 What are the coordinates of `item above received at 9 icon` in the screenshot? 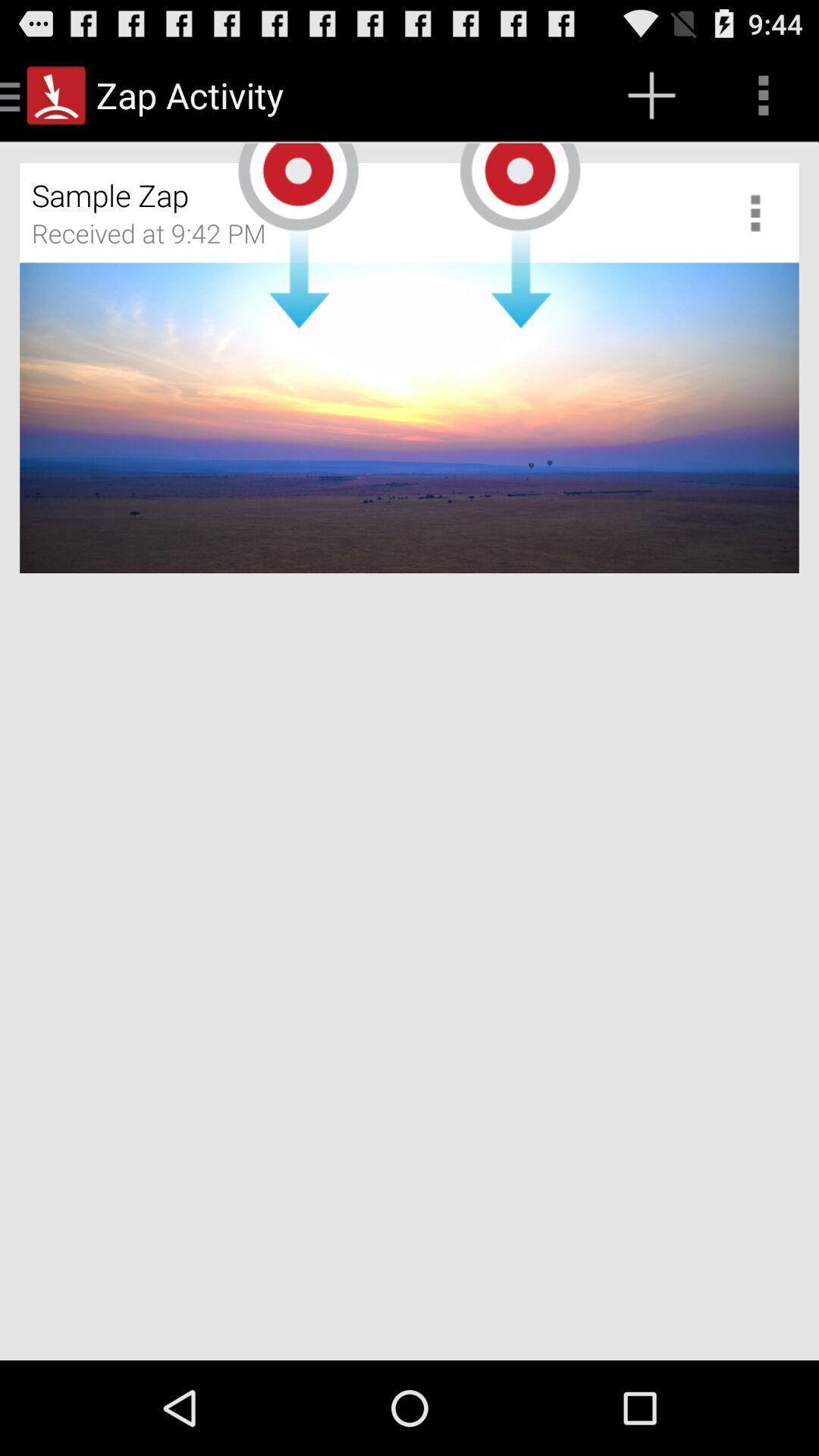 It's located at (319, 188).